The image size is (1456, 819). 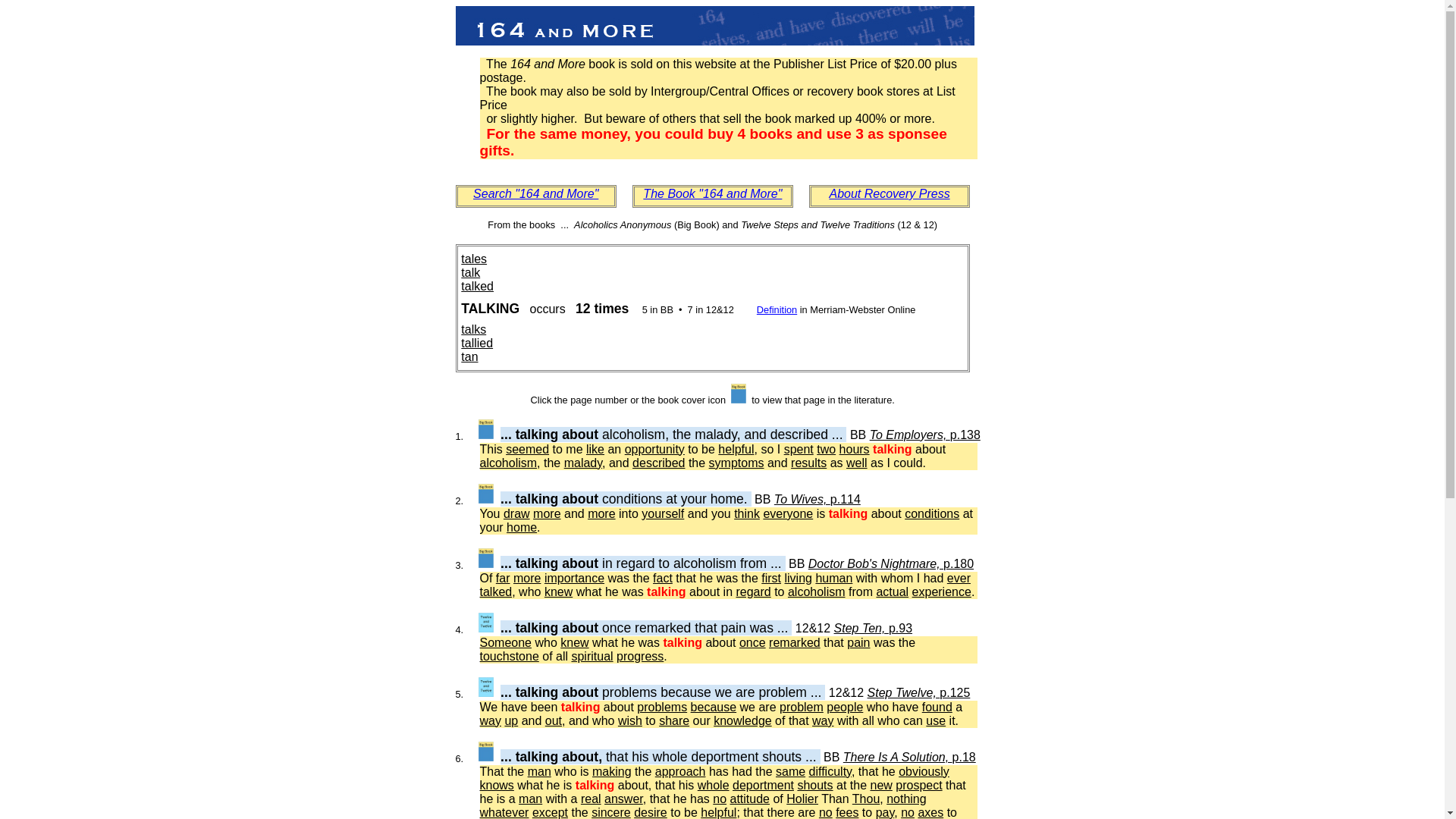 I want to click on 'View BB p.180', so click(x=486, y=558).